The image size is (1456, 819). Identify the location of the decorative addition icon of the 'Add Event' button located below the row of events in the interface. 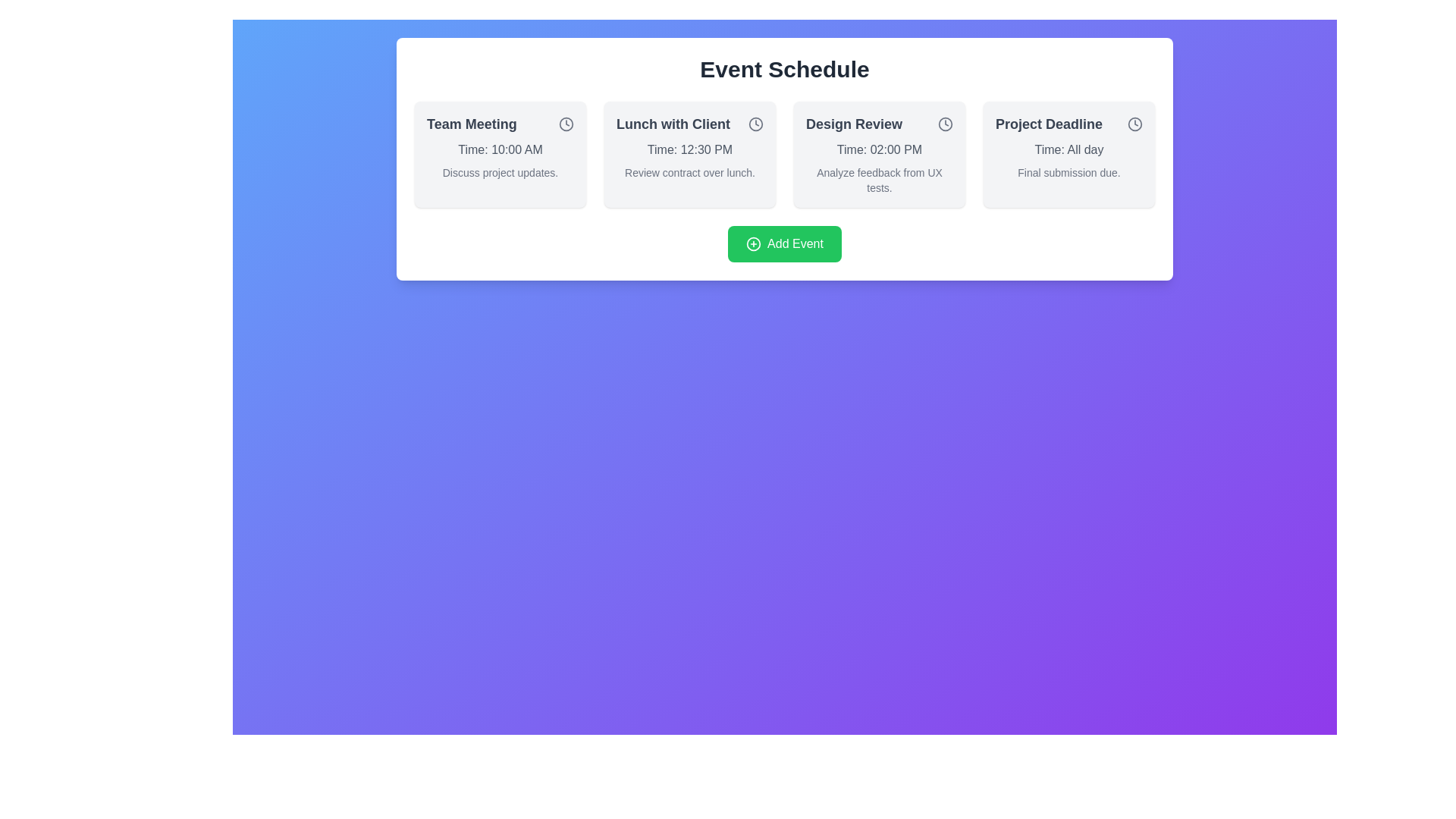
(754, 243).